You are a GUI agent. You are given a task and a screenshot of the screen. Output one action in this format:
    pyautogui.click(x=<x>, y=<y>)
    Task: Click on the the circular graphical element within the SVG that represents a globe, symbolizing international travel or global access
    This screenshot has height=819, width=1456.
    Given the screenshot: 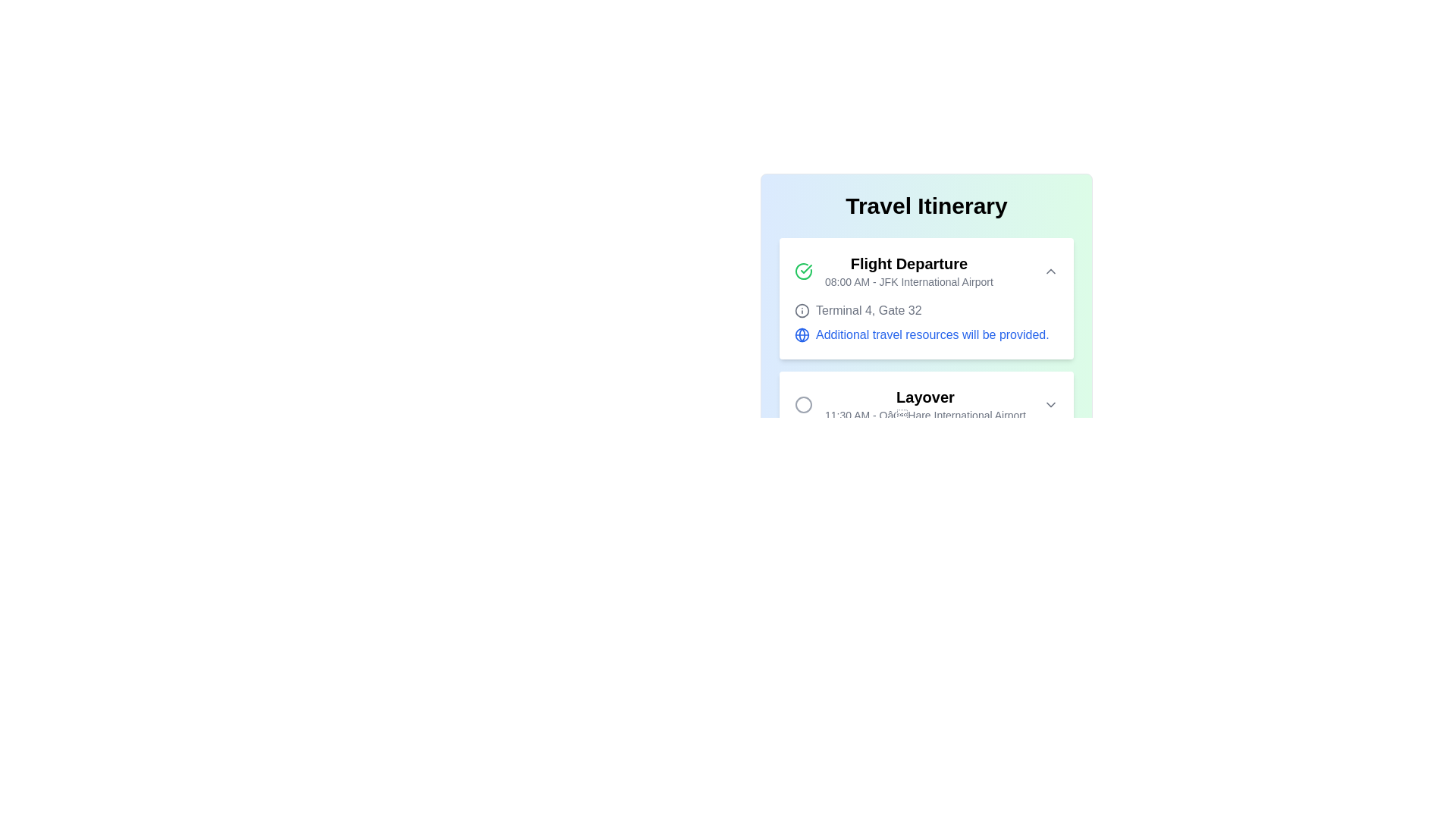 What is the action you would take?
    pyautogui.click(x=801, y=334)
    